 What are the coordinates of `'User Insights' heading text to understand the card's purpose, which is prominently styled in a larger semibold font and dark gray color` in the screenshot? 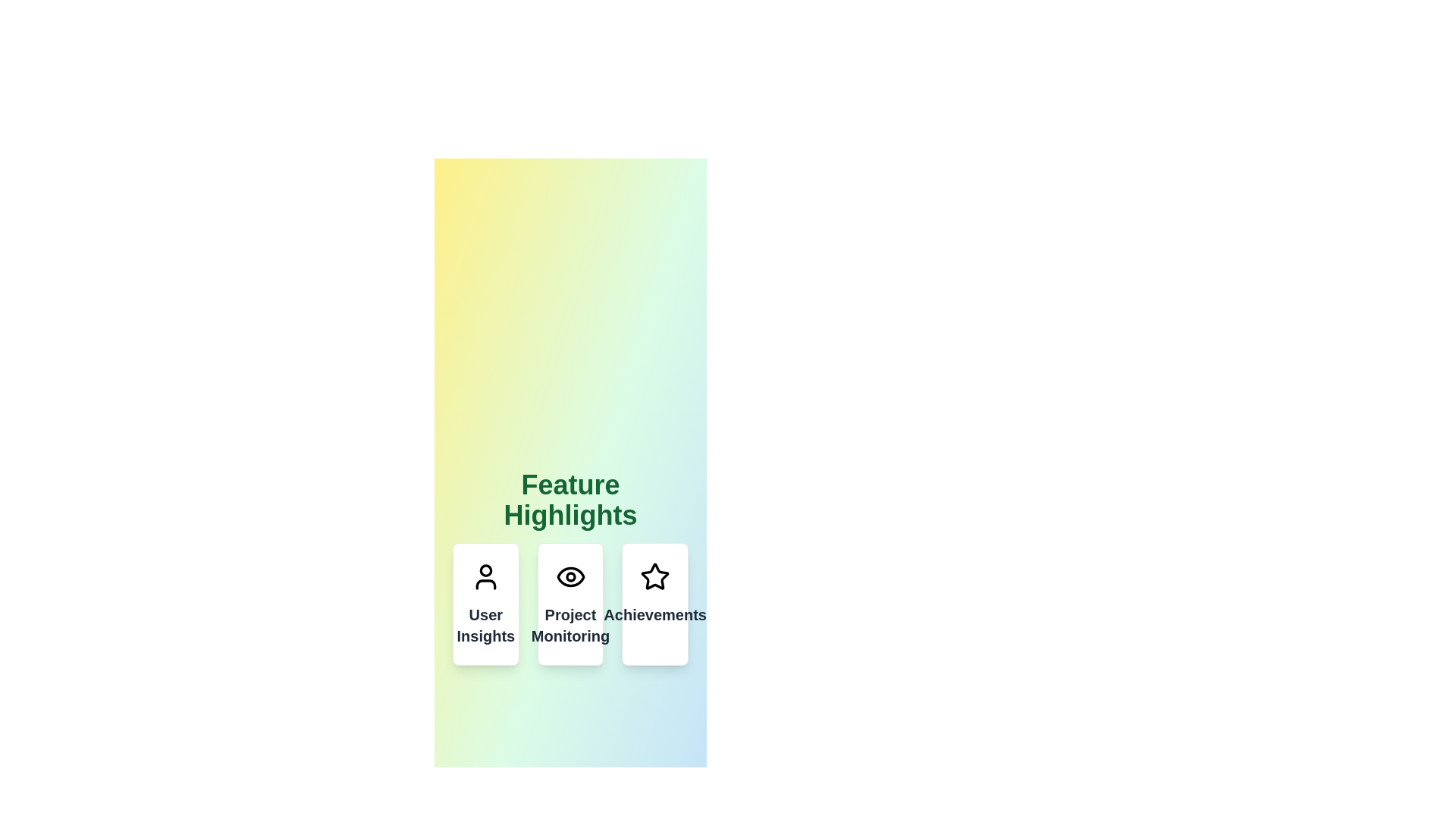 It's located at (485, 626).